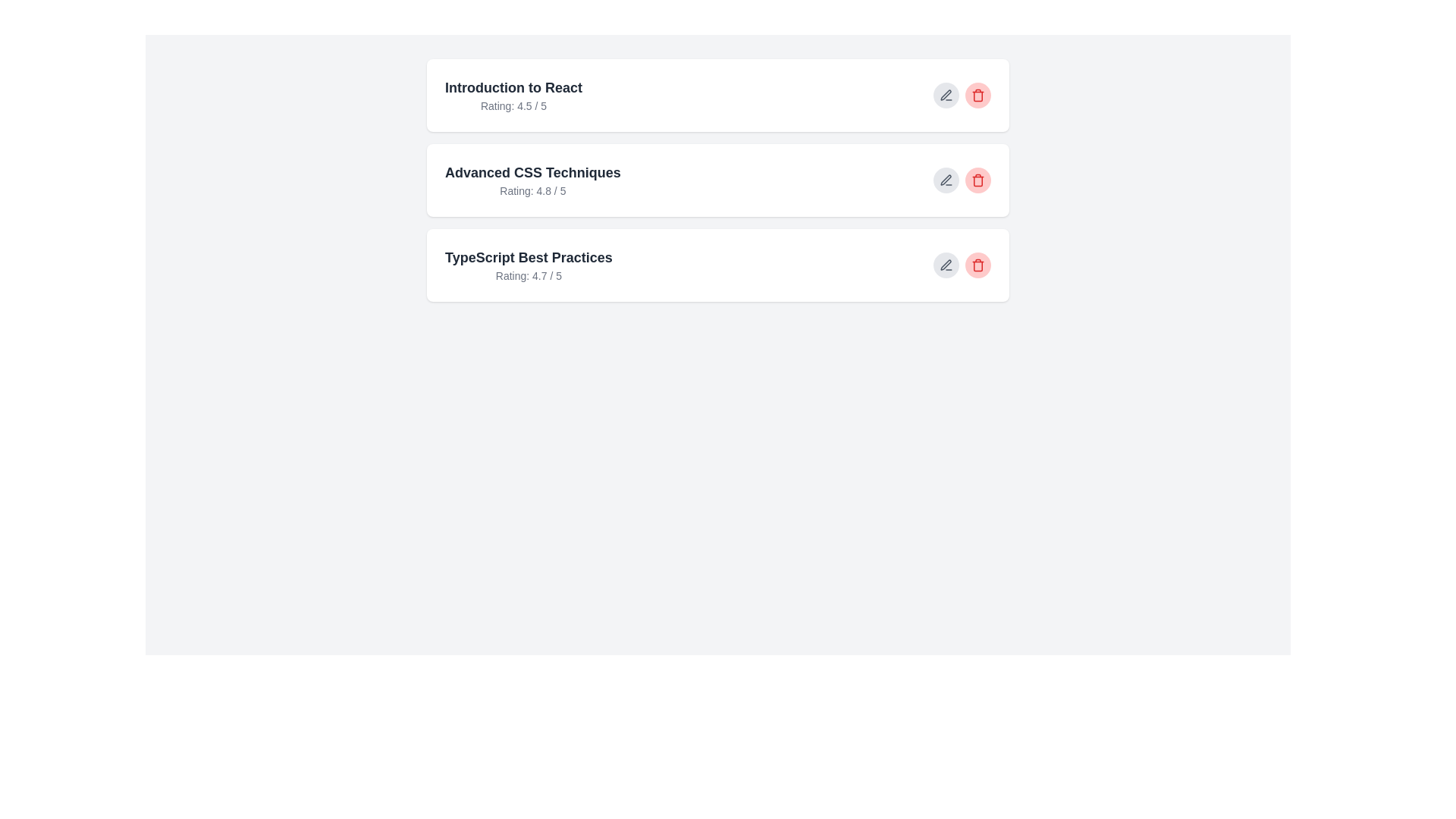 The image size is (1456, 819). Describe the element at coordinates (946, 96) in the screenshot. I see `the circular button with a gray background and a pen icon to initiate editing for 'Introduction to React'` at that location.